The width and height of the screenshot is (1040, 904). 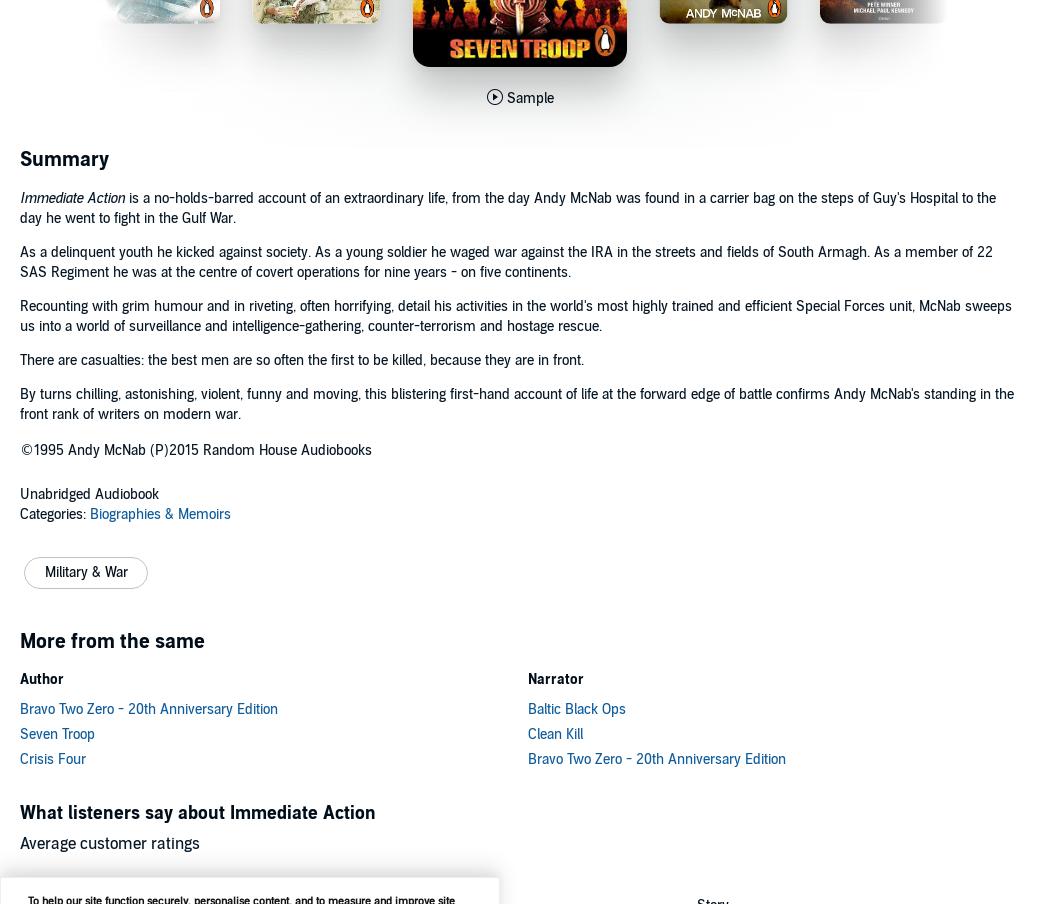 What do you see at coordinates (18, 261) in the screenshot?
I see `'As a delinquent youth he kicked against society. As a young soldier he waged war against the IRA in the streets and fields of South Armagh. As a member of 22 SAS Regiment he was at the centre of covert operations for nine years - on five continents.'` at bounding box center [18, 261].